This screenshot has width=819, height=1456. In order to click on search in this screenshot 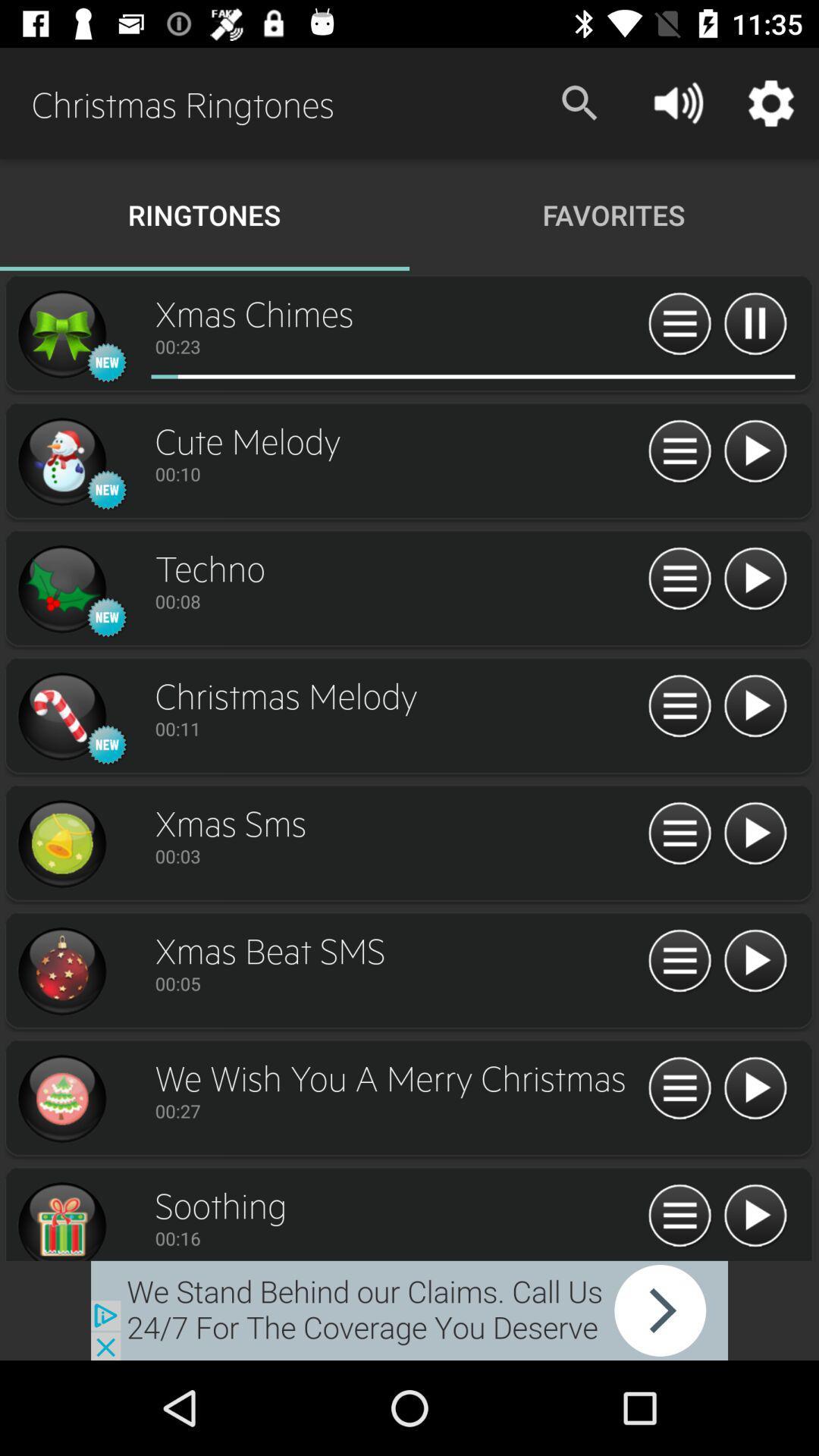, I will do `click(679, 1088)`.